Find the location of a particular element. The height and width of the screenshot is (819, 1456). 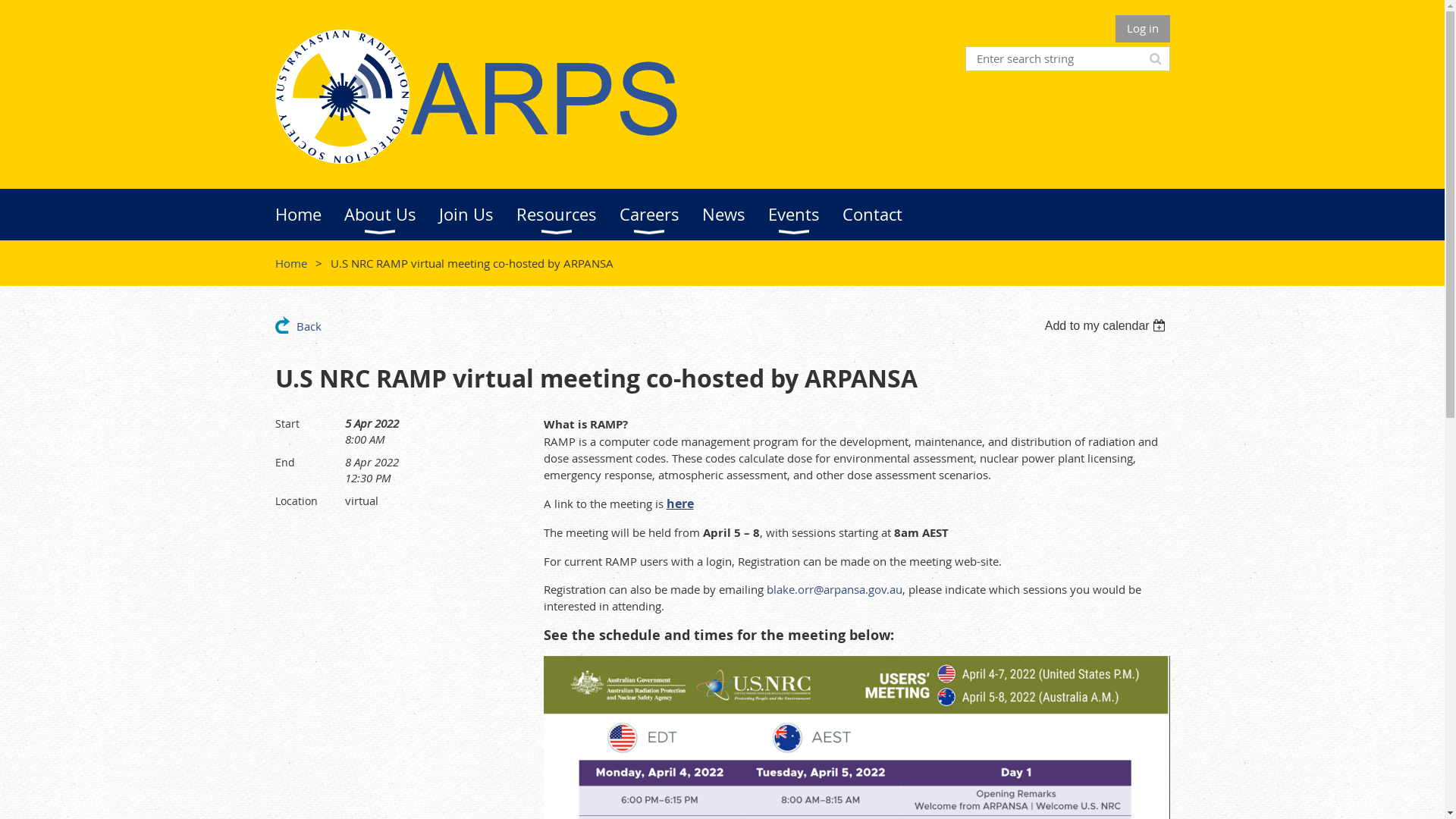

'News' is located at coordinates (735, 214).